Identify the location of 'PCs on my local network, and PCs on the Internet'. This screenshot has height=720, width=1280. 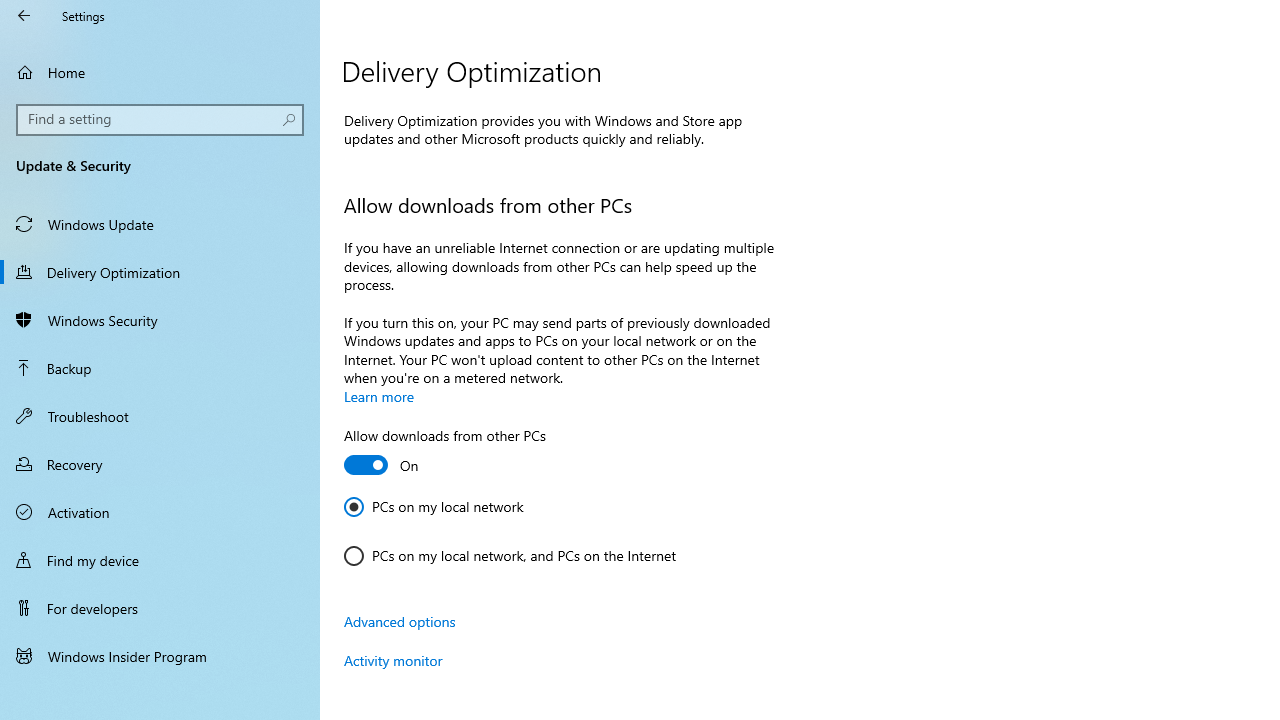
(510, 555).